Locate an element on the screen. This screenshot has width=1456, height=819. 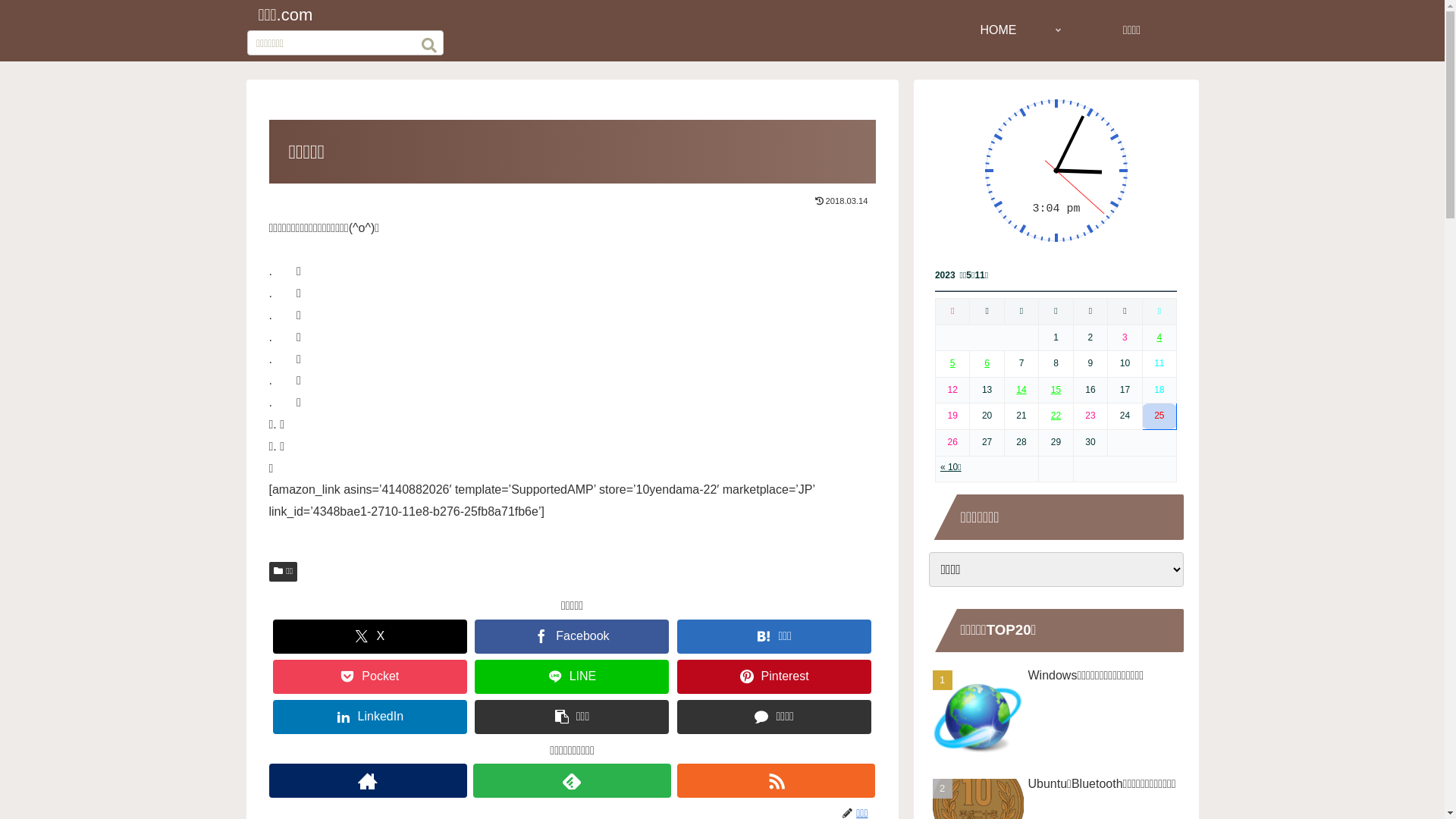
'X' is located at coordinates (370, 636).